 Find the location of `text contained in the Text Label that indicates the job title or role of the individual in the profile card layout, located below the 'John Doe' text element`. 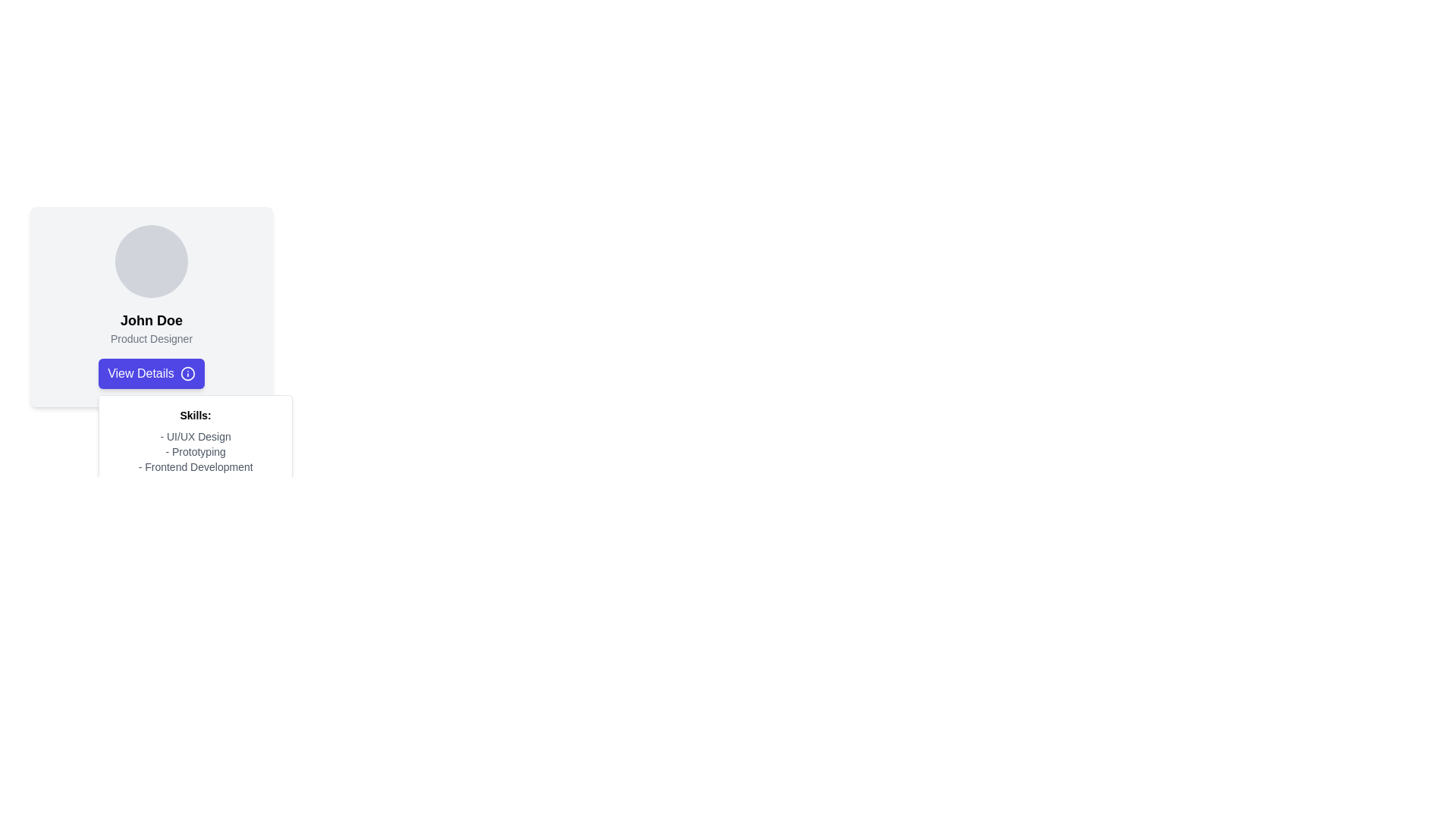

text contained in the Text Label that indicates the job title or role of the individual in the profile card layout, located below the 'John Doe' text element is located at coordinates (152, 338).